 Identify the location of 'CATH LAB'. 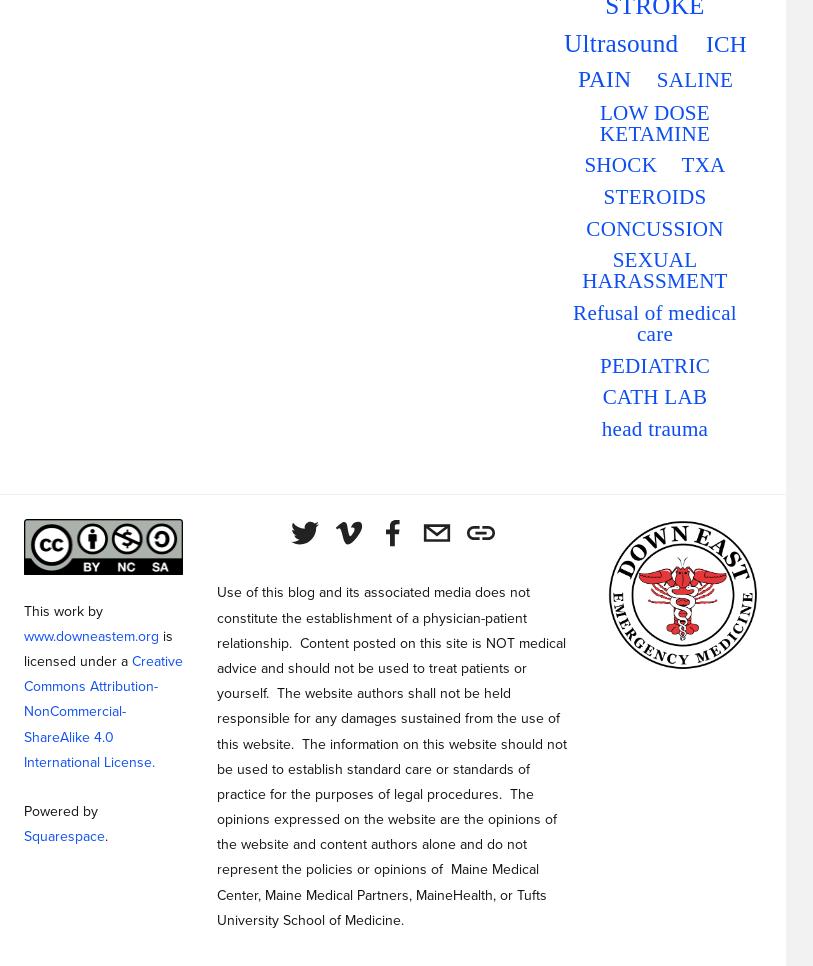
(602, 397).